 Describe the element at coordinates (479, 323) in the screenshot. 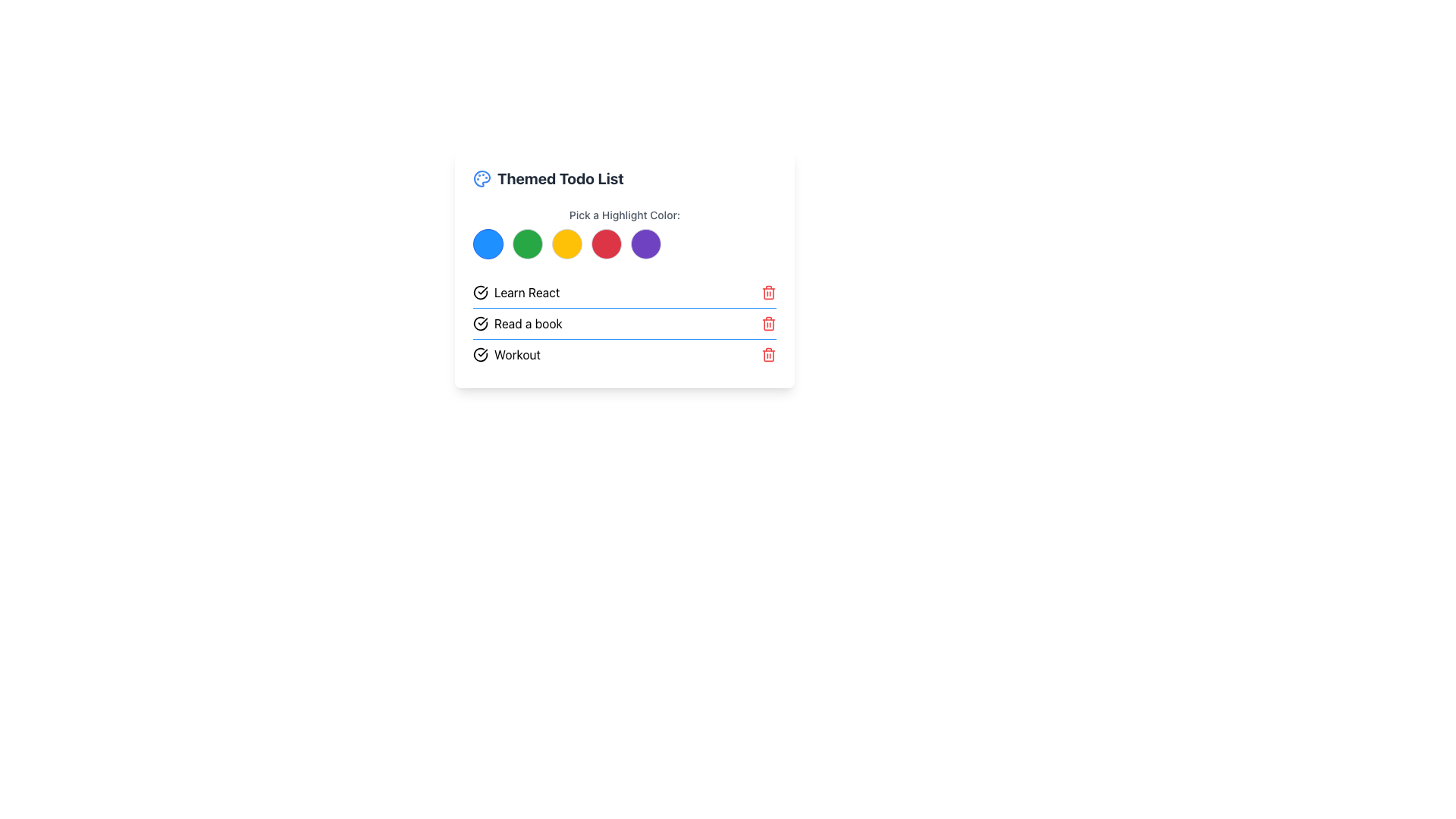

I see `the SVG icon that indicates the completion of the task 'Read a book', which is the second icon in the list of tasks located to the left of the text 'Read a book'` at that location.